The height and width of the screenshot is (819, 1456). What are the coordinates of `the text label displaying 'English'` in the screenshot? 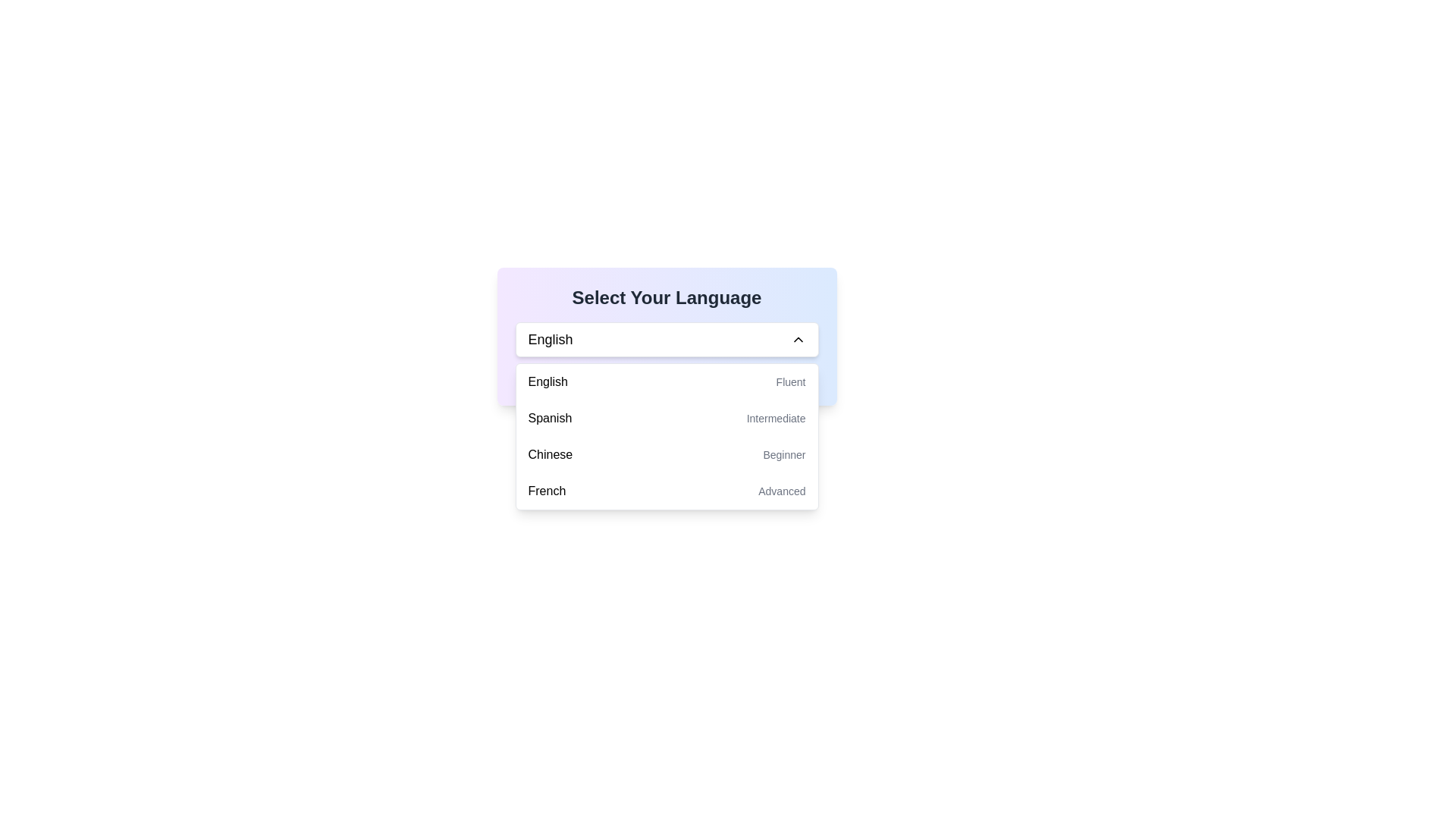 It's located at (546, 381).